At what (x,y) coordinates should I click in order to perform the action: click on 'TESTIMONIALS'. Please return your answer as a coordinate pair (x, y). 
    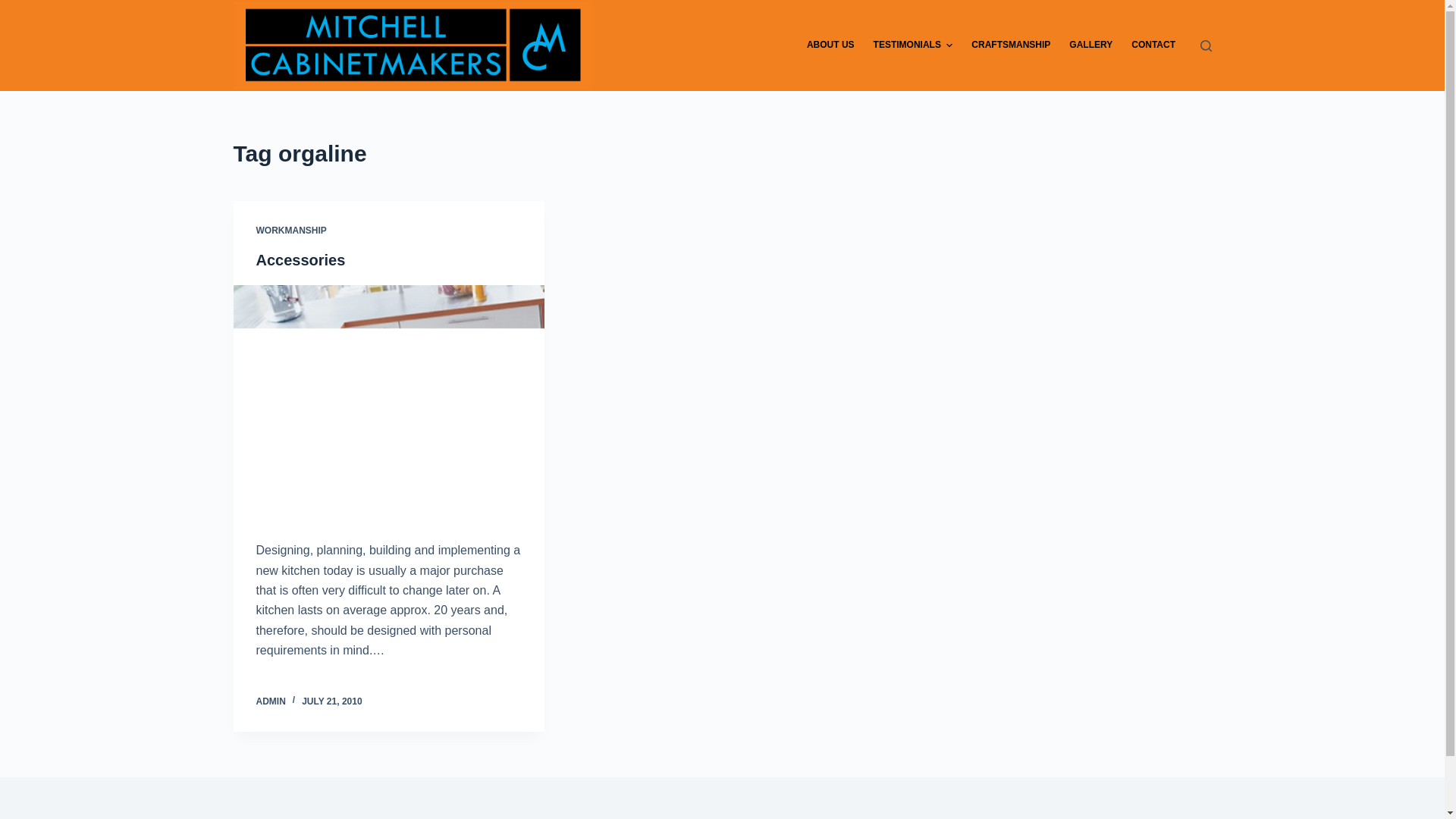
    Looking at the image, I should click on (912, 45).